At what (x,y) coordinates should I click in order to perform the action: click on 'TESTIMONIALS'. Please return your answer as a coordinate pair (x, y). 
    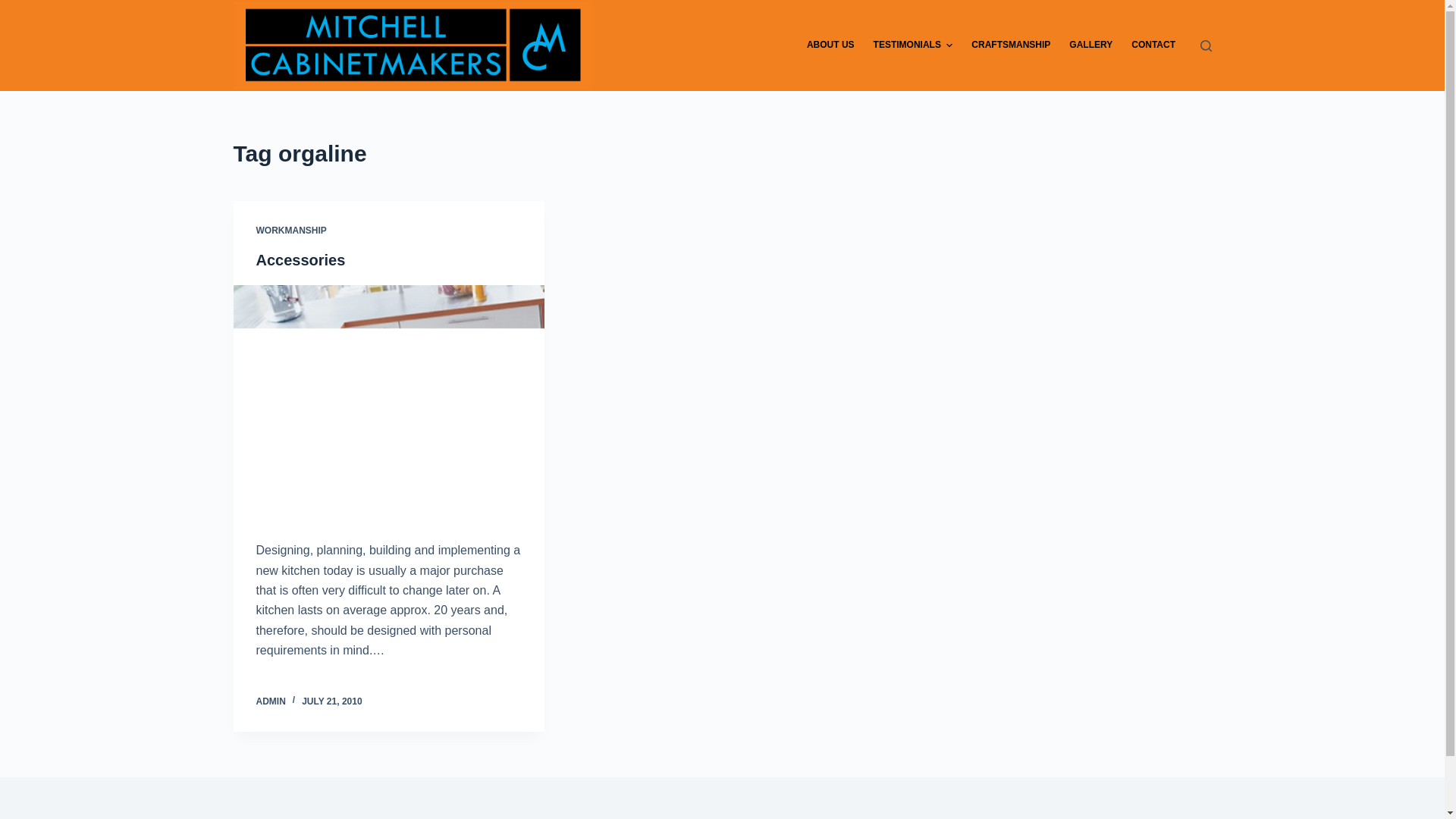
    Looking at the image, I should click on (912, 45).